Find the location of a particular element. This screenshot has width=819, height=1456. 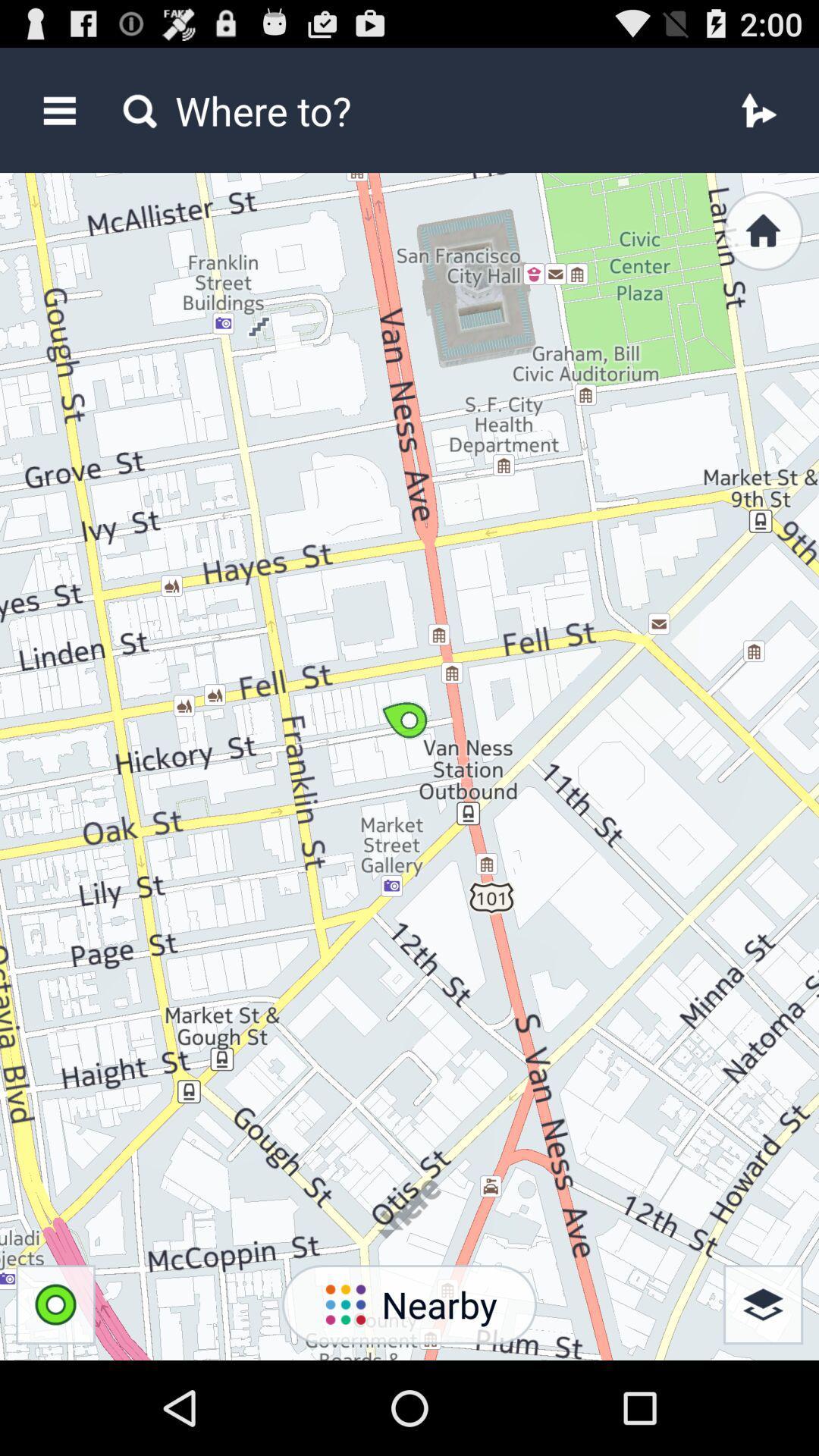

the layers icon is located at coordinates (763, 1395).